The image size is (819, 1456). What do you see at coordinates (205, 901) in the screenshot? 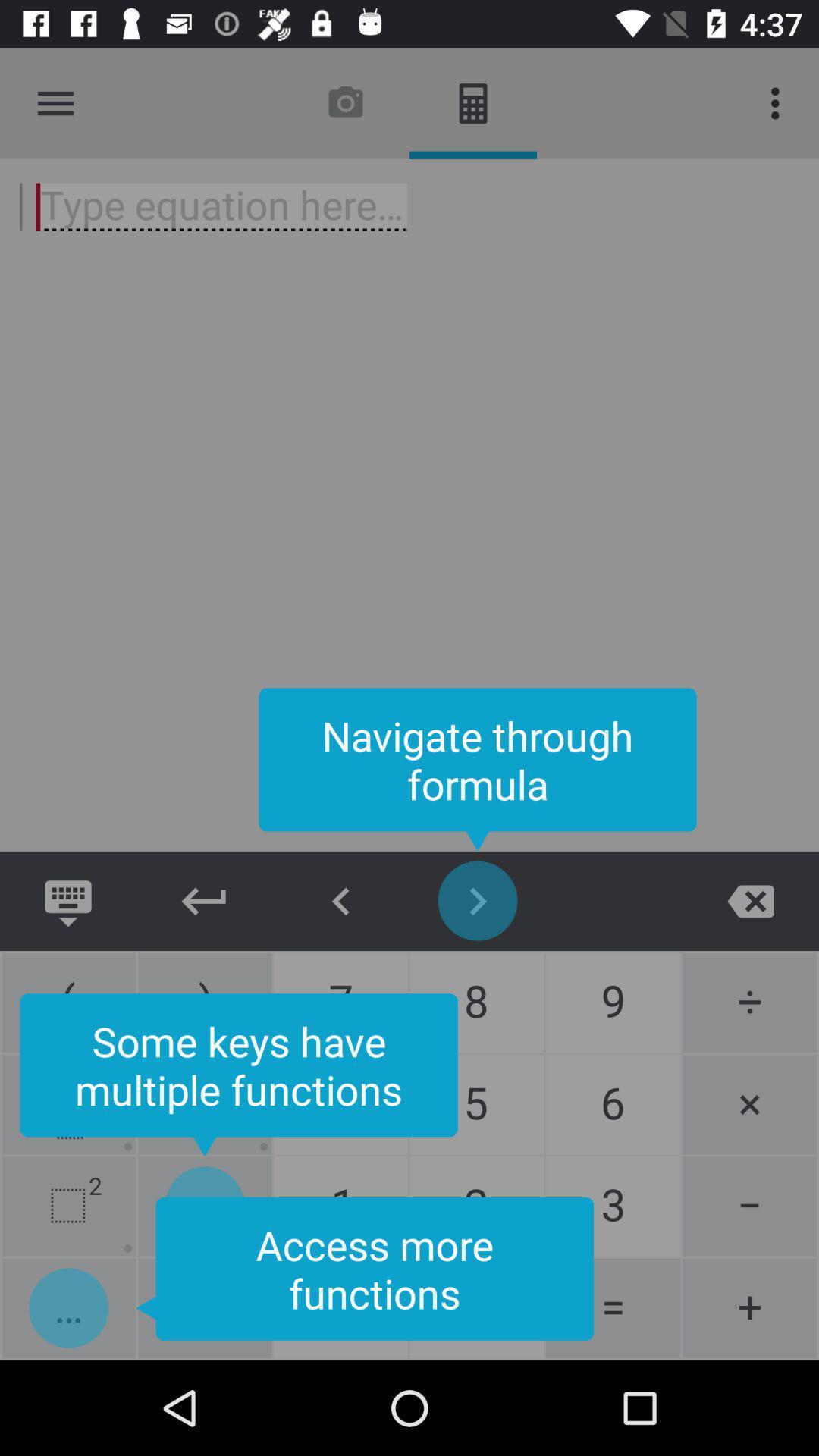
I see `the arrow_backward icon` at bounding box center [205, 901].